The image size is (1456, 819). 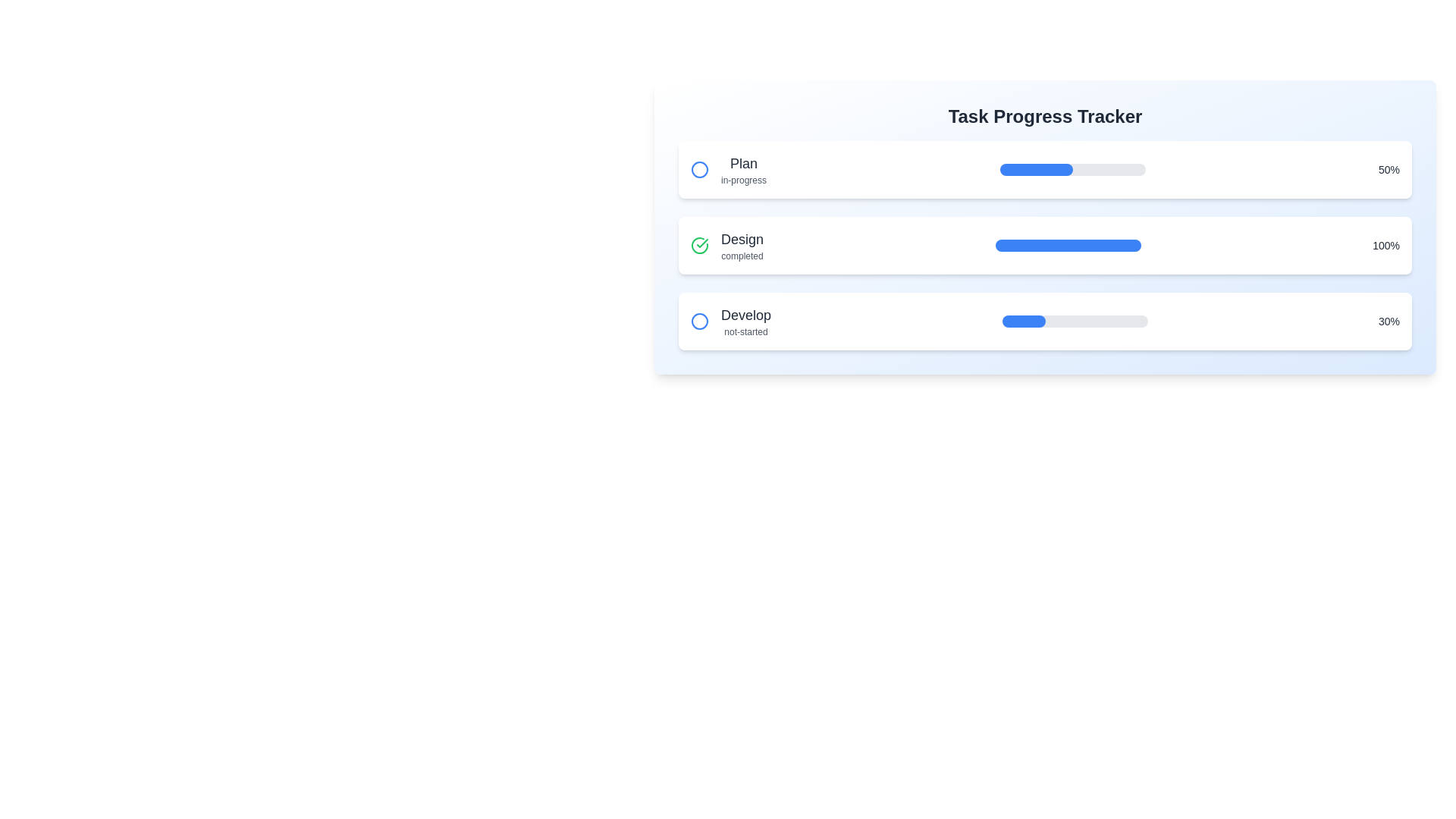 What do you see at coordinates (1386, 245) in the screenshot?
I see `the text label displaying '100%' located at the far right end of the 'Design' task card` at bounding box center [1386, 245].